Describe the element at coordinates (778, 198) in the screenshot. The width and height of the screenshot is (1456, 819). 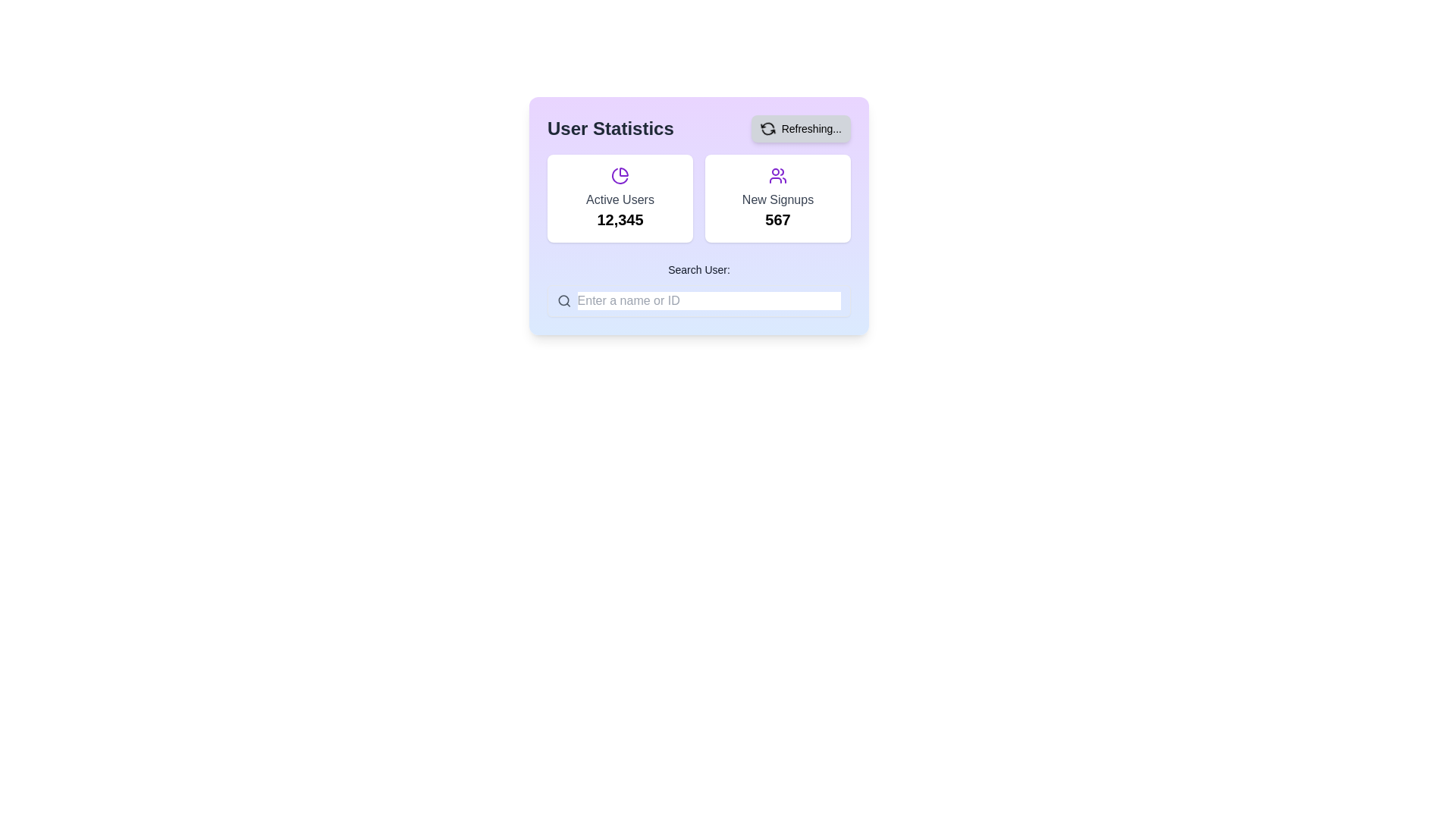
I see `information displayed on the Informational card titled 'New Signups', which shows the number '567' in bold black text` at that location.